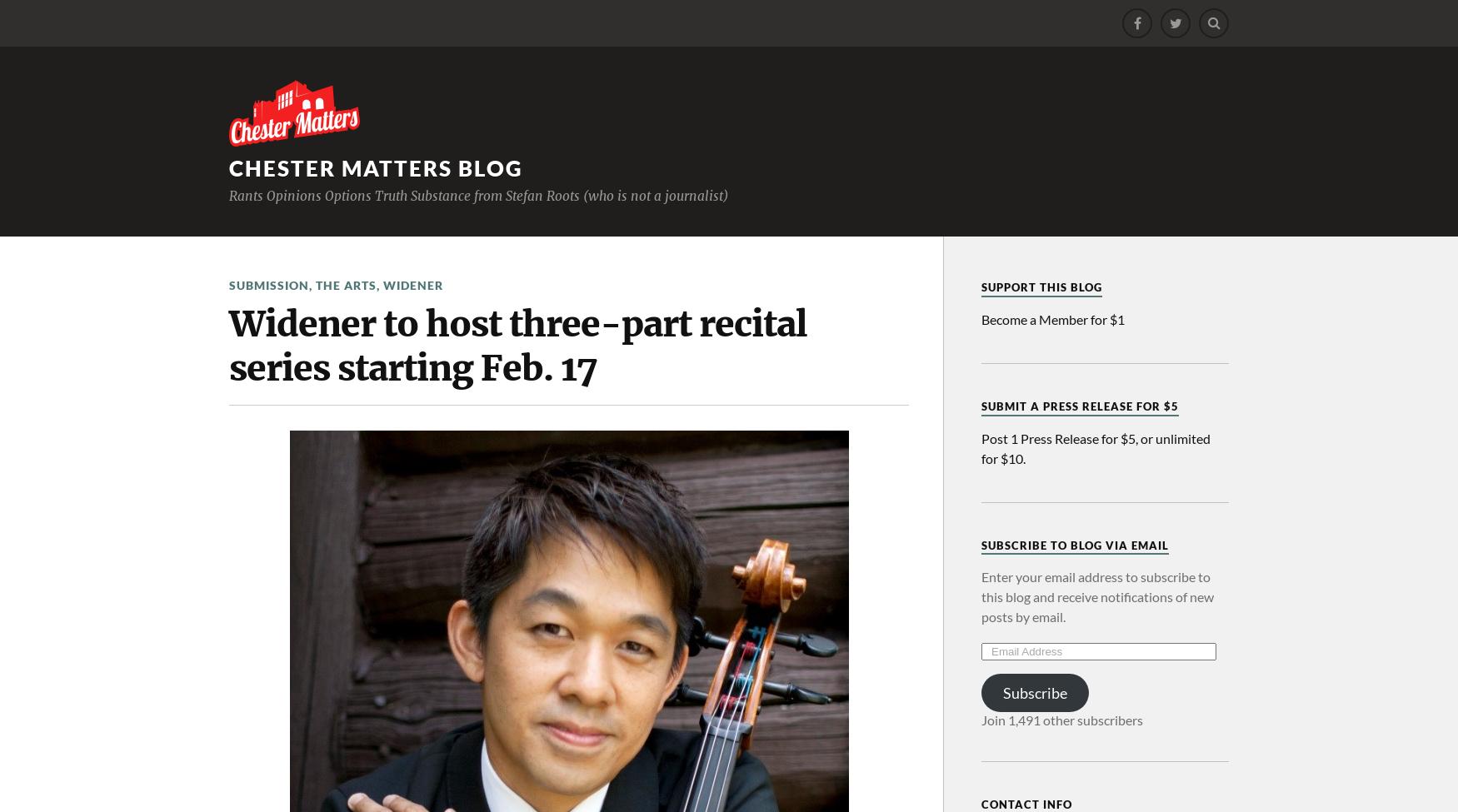 Image resolution: width=1458 pixels, height=812 pixels. Describe the element at coordinates (376, 168) in the screenshot. I see `'Chester Matters Blog'` at that location.